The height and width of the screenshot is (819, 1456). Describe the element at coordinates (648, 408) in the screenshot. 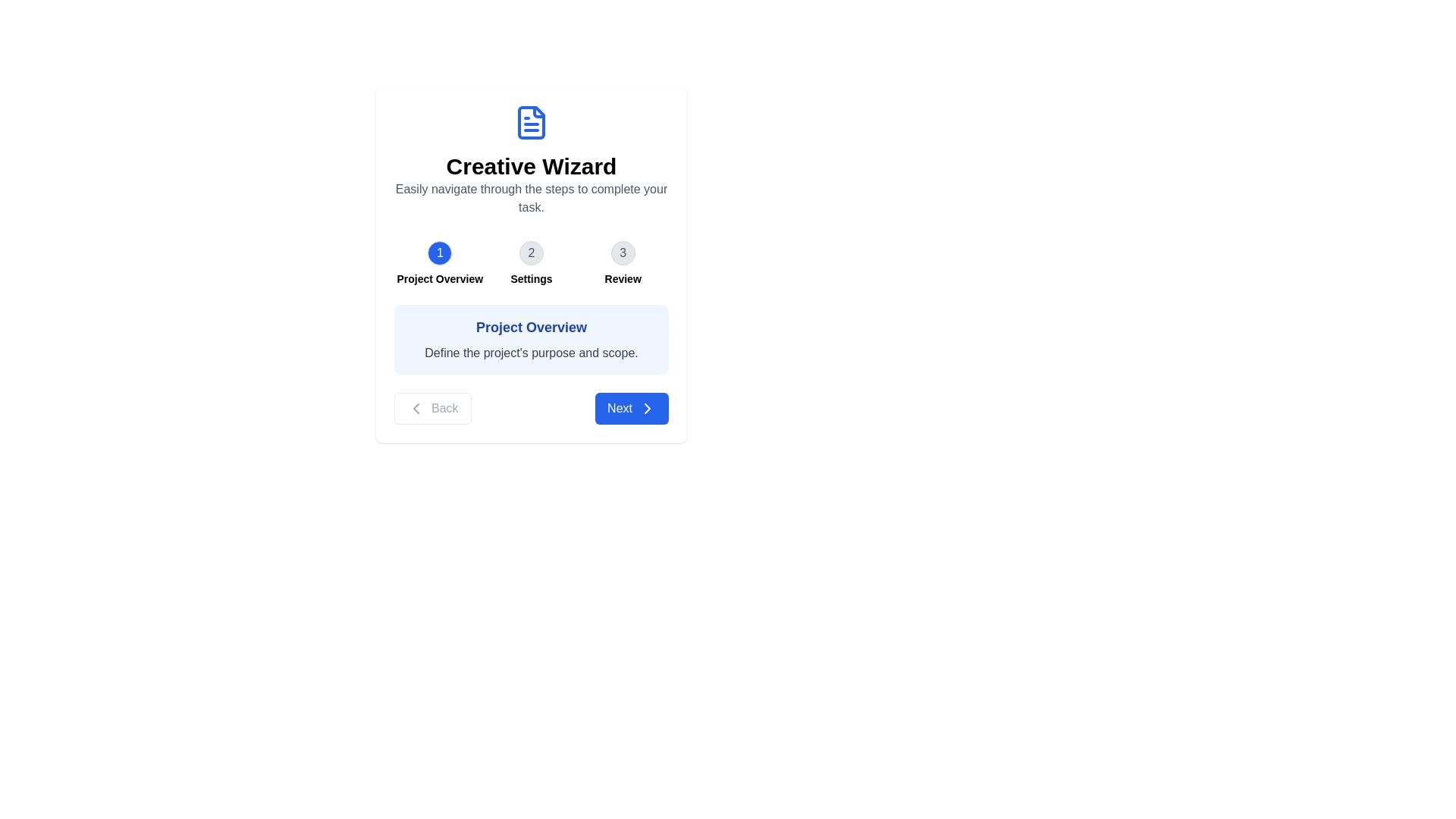

I see `the visual indicator icon located within the right-hand side of the blue rectangular 'Next' button` at that location.